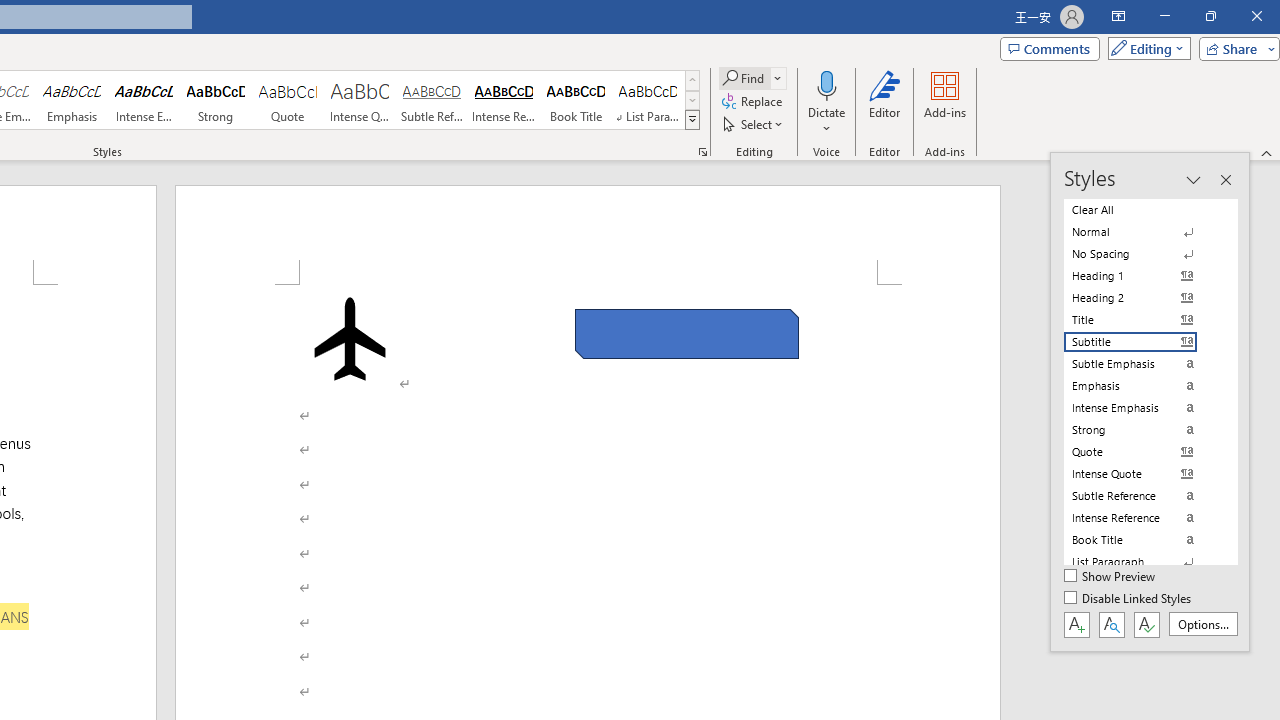 The height and width of the screenshot is (720, 1280). I want to click on 'Quote', so click(287, 100).